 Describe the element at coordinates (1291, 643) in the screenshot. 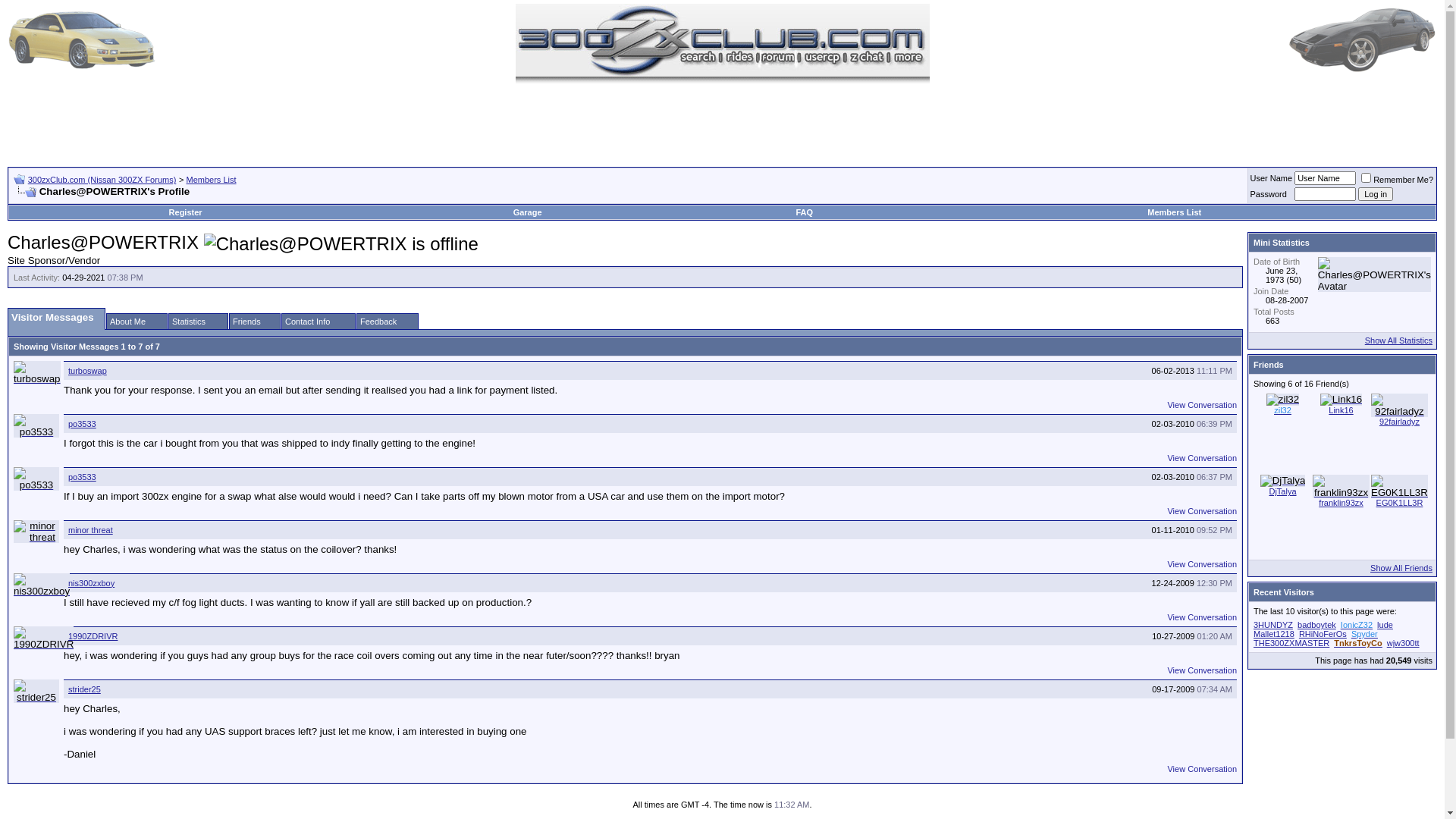

I see `'THE300ZXMASTER'` at that location.